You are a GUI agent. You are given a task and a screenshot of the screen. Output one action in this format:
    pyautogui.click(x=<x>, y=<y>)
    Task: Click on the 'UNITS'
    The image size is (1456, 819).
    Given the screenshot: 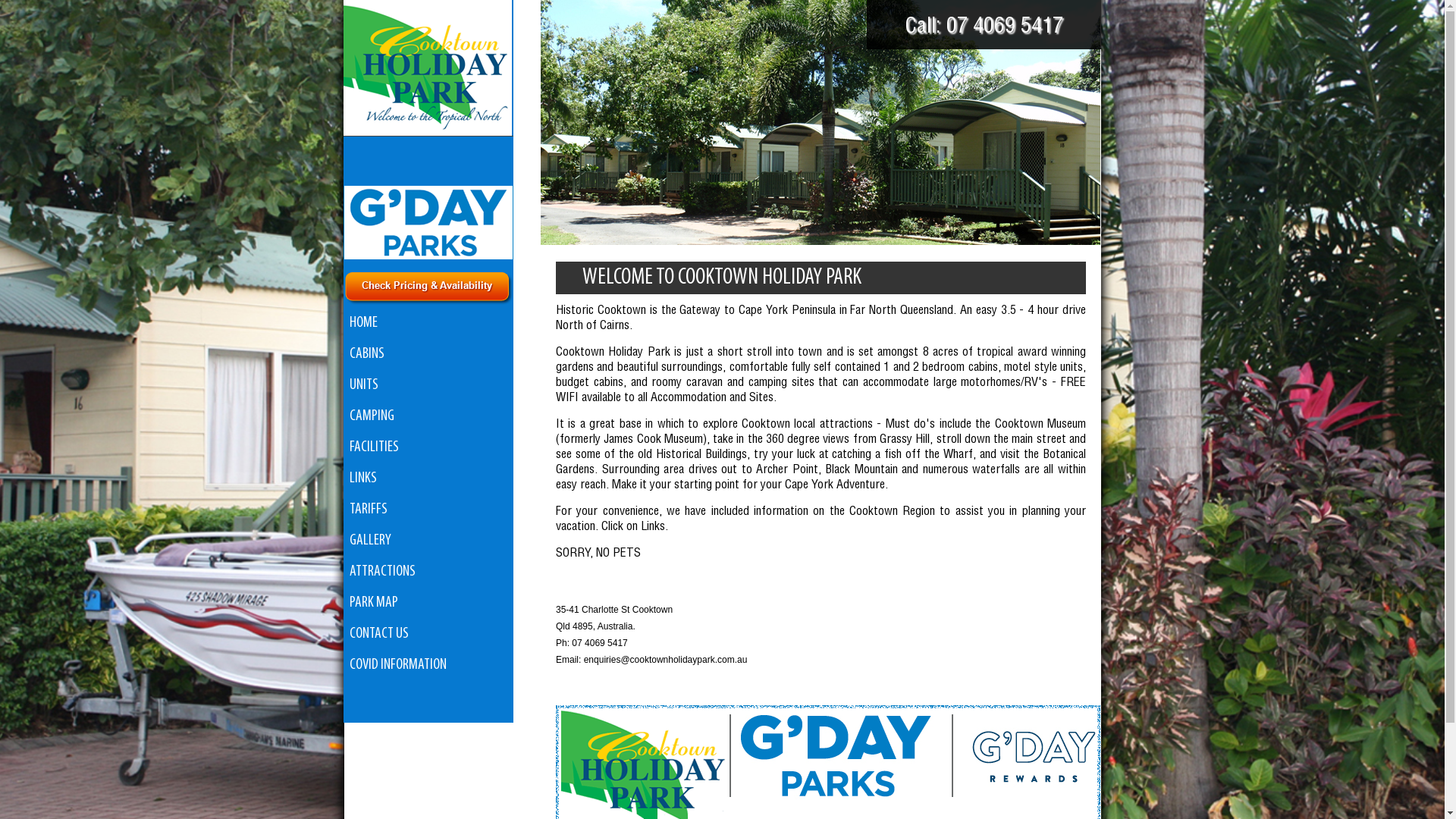 What is the action you would take?
    pyautogui.click(x=428, y=384)
    